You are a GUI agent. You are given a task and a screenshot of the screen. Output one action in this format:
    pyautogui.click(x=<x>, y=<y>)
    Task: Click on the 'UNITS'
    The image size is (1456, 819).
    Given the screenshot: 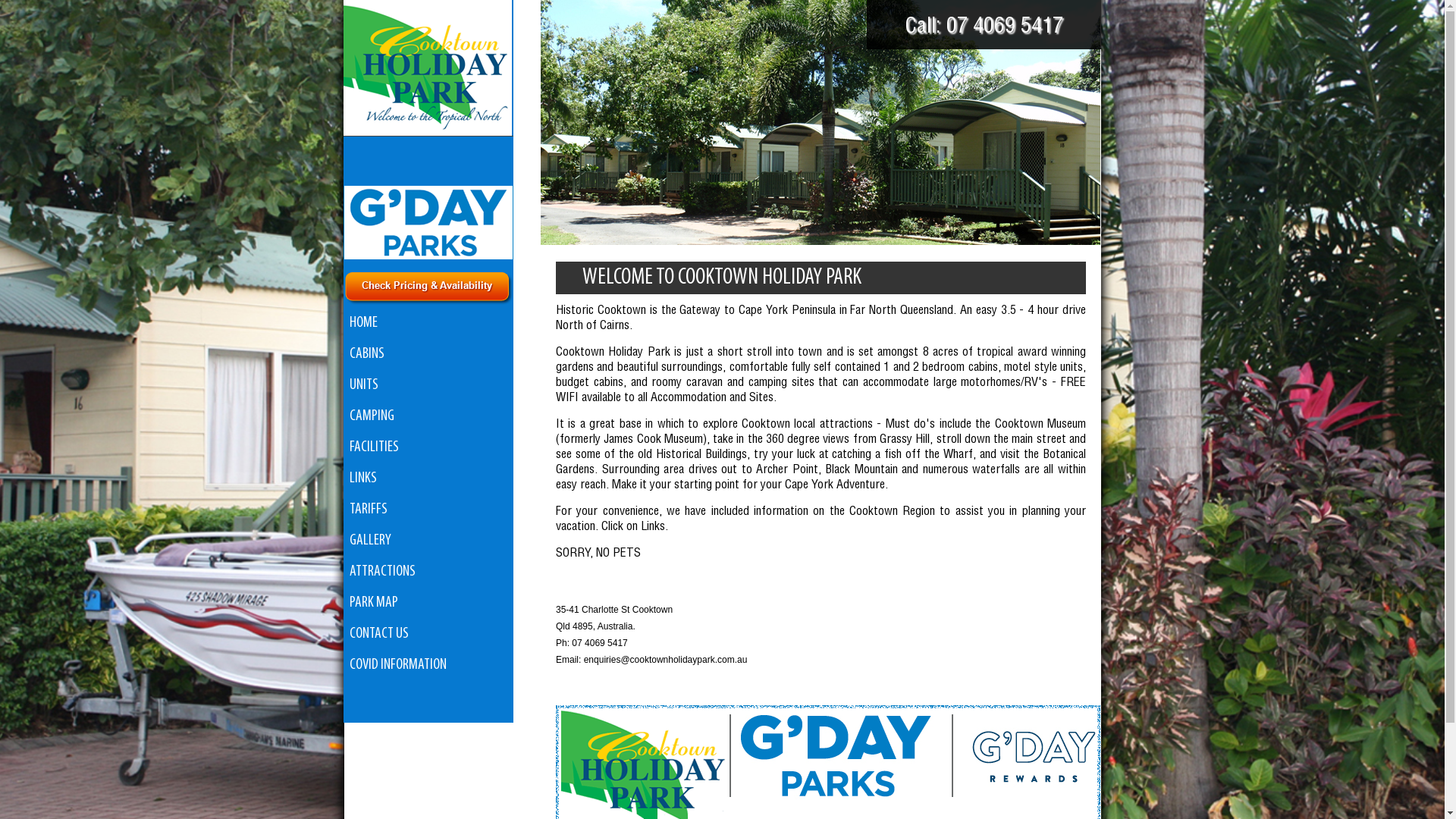 What is the action you would take?
    pyautogui.click(x=428, y=384)
    